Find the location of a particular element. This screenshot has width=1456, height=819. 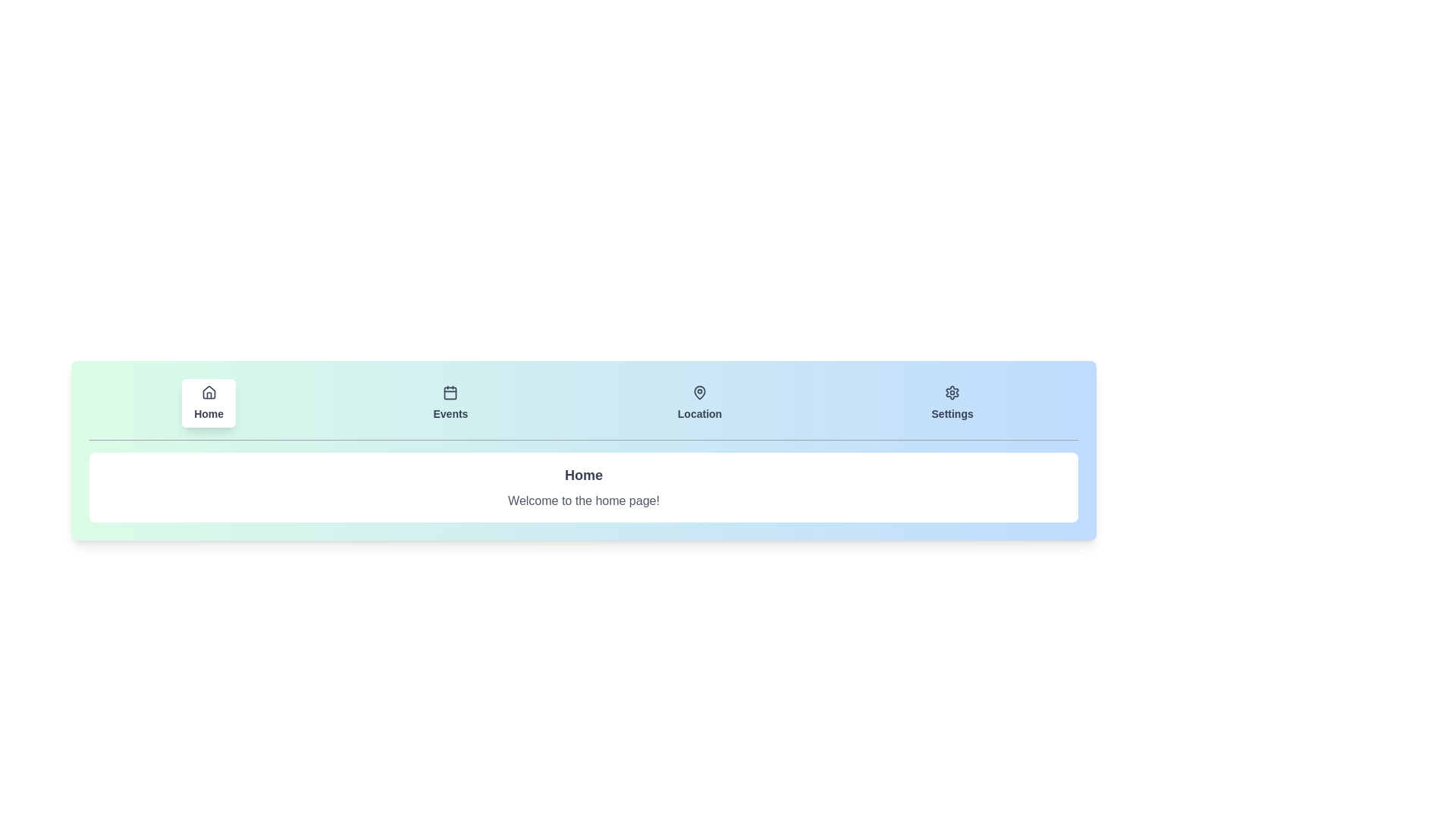

the tab corresponding to Home is located at coordinates (208, 403).